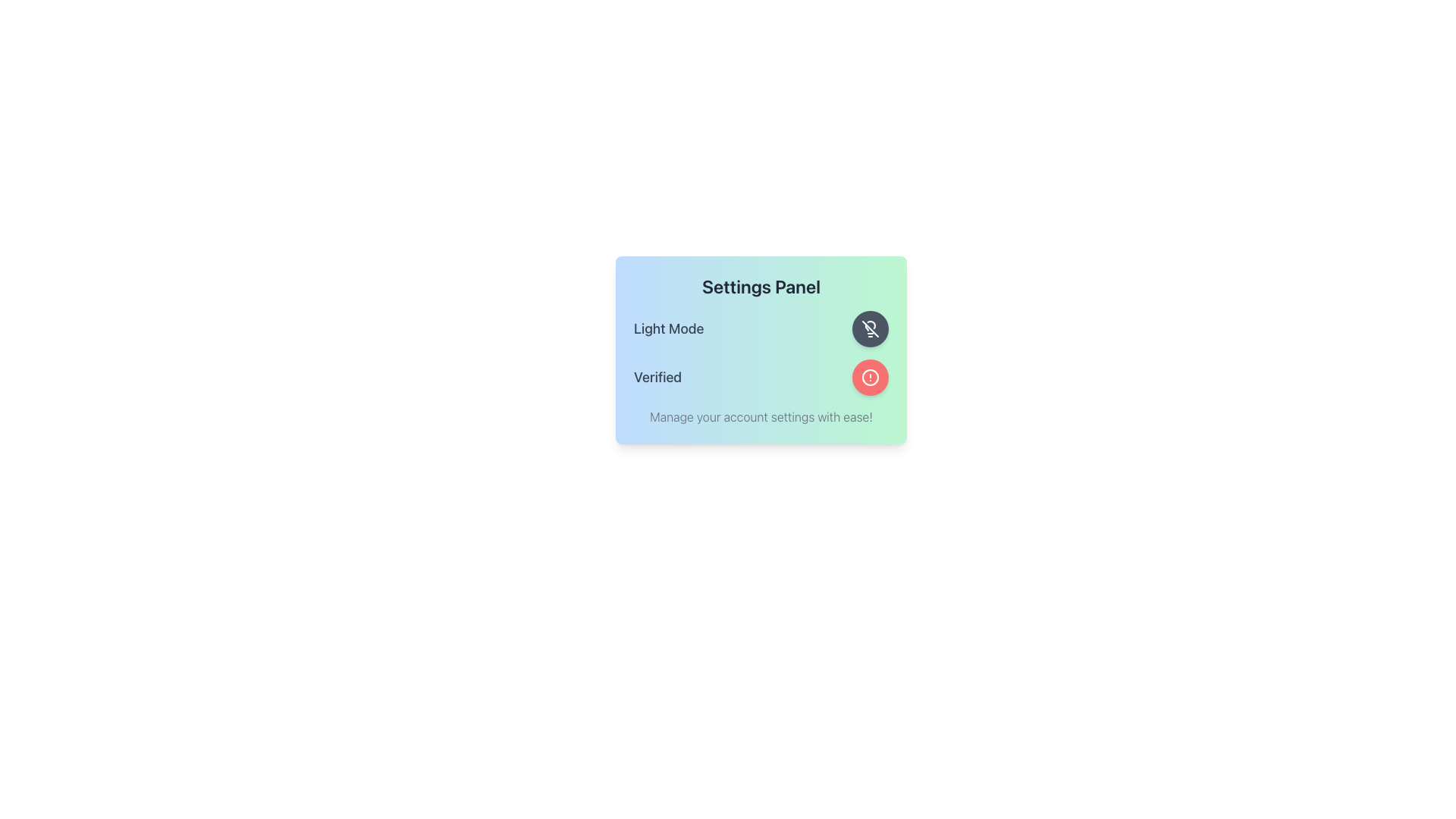 This screenshot has width=1456, height=819. What do you see at coordinates (870, 328) in the screenshot?
I see `the circular gray button with a white lightbulb icon` at bounding box center [870, 328].